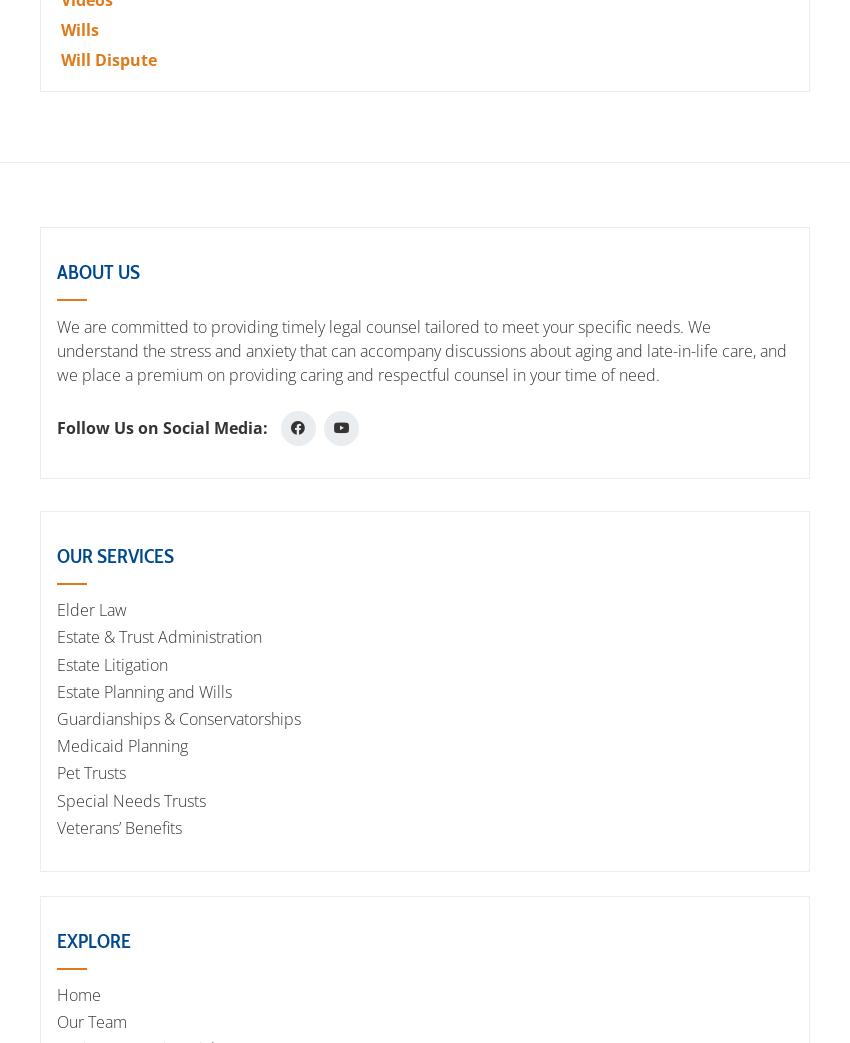  I want to click on 'Medicaid Planning', so click(57, 745).